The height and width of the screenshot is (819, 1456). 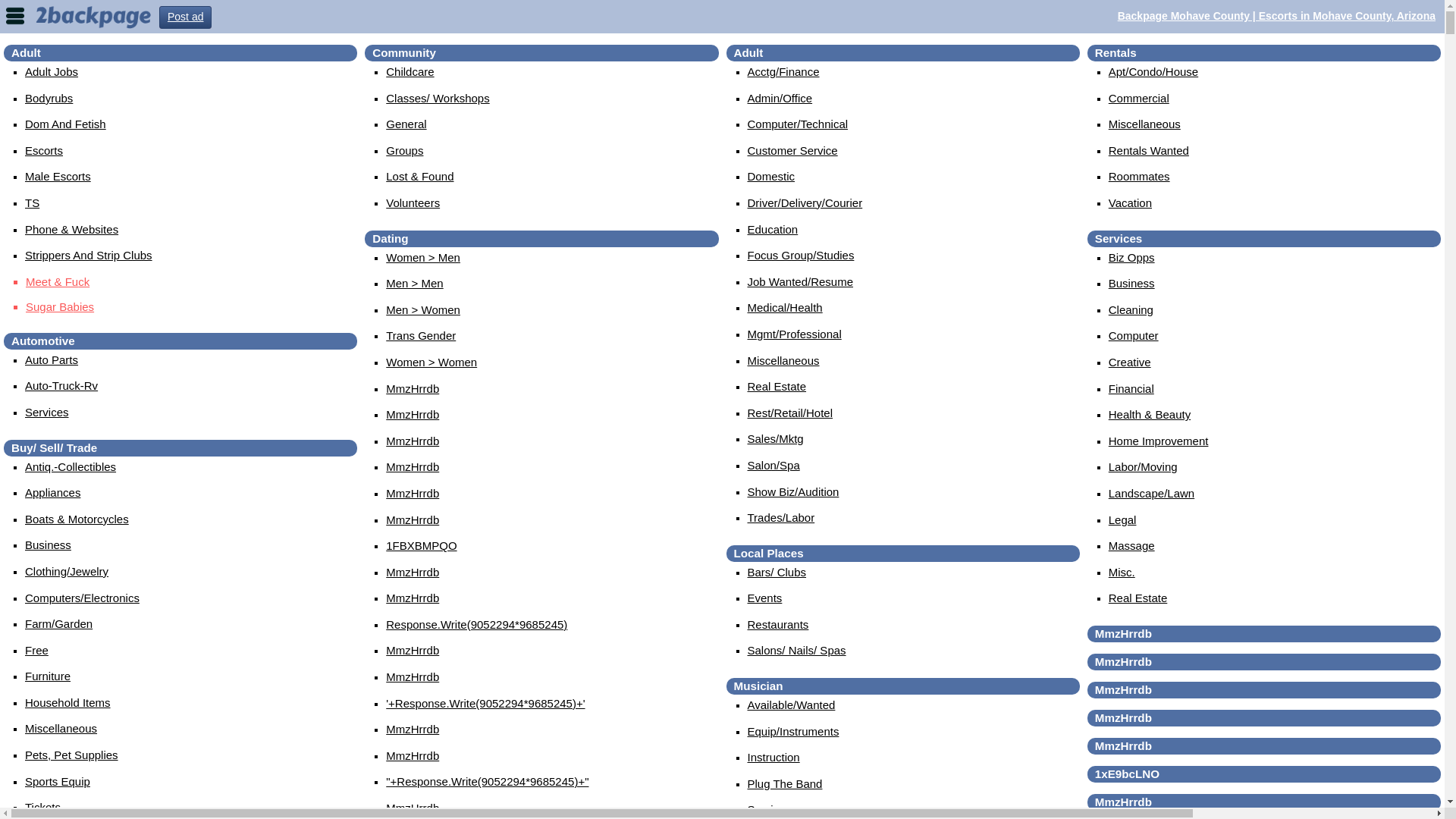 What do you see at coordinates (747, 757) in the screenshot?
I see `'Instruction'` at bounding box center [747, 757].